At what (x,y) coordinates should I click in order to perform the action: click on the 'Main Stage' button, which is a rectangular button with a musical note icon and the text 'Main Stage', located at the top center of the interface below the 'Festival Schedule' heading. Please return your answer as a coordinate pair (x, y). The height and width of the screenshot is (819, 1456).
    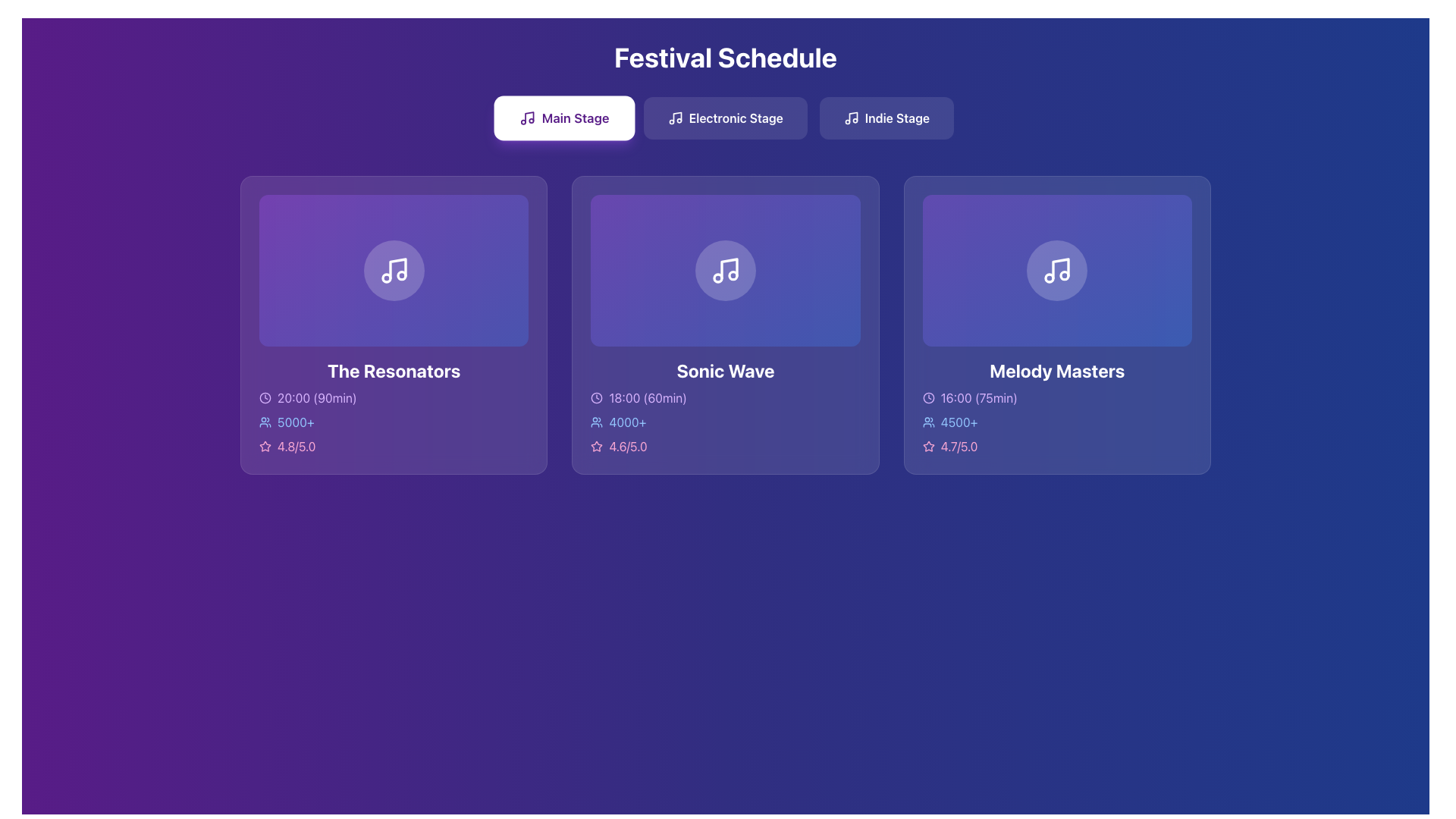
    Looking at the image, I should click on (563, 117).